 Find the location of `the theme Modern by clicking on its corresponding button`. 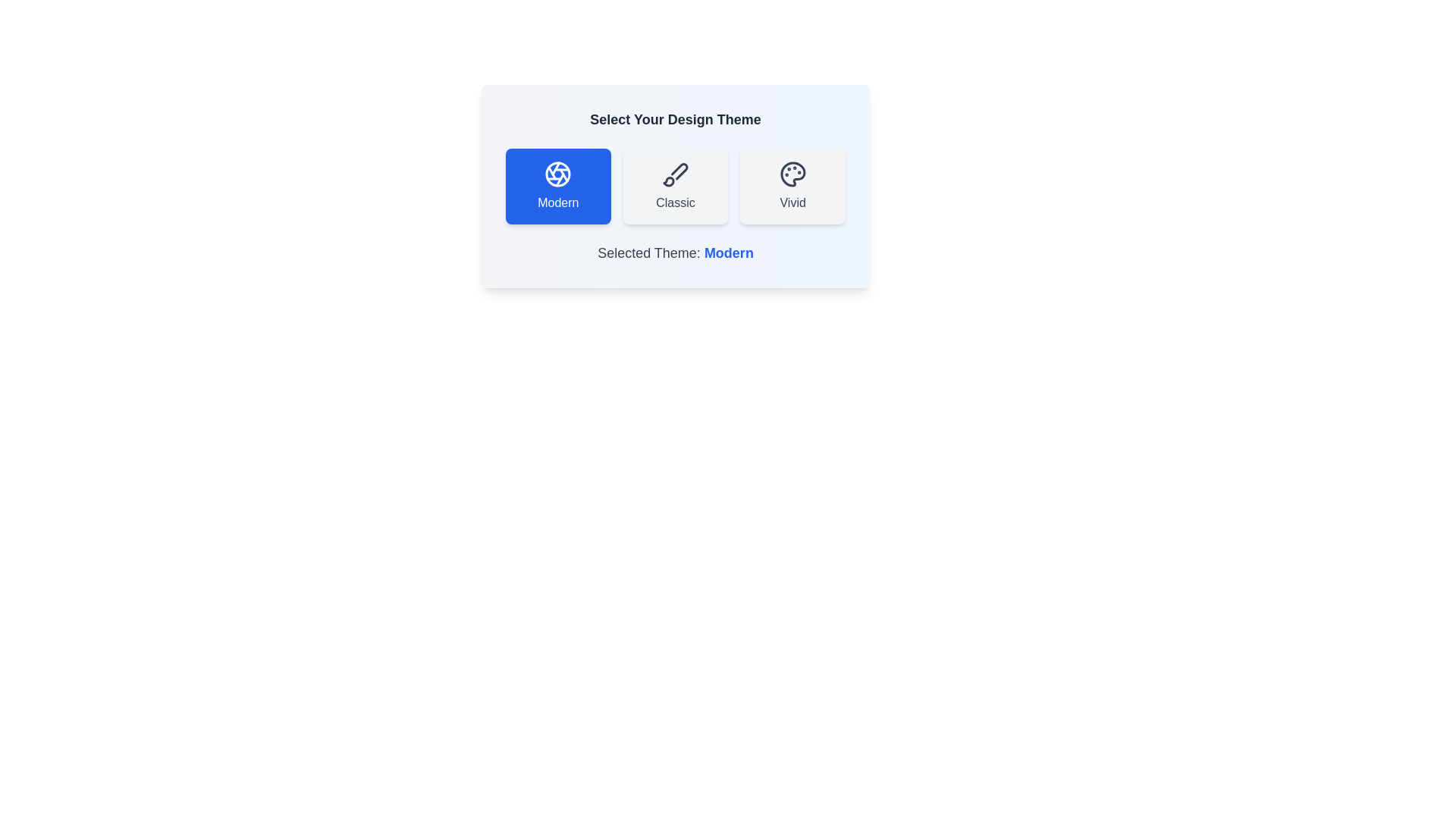

the theme Modern by clicking on its corresponding button is located at coordinates (557, 186).